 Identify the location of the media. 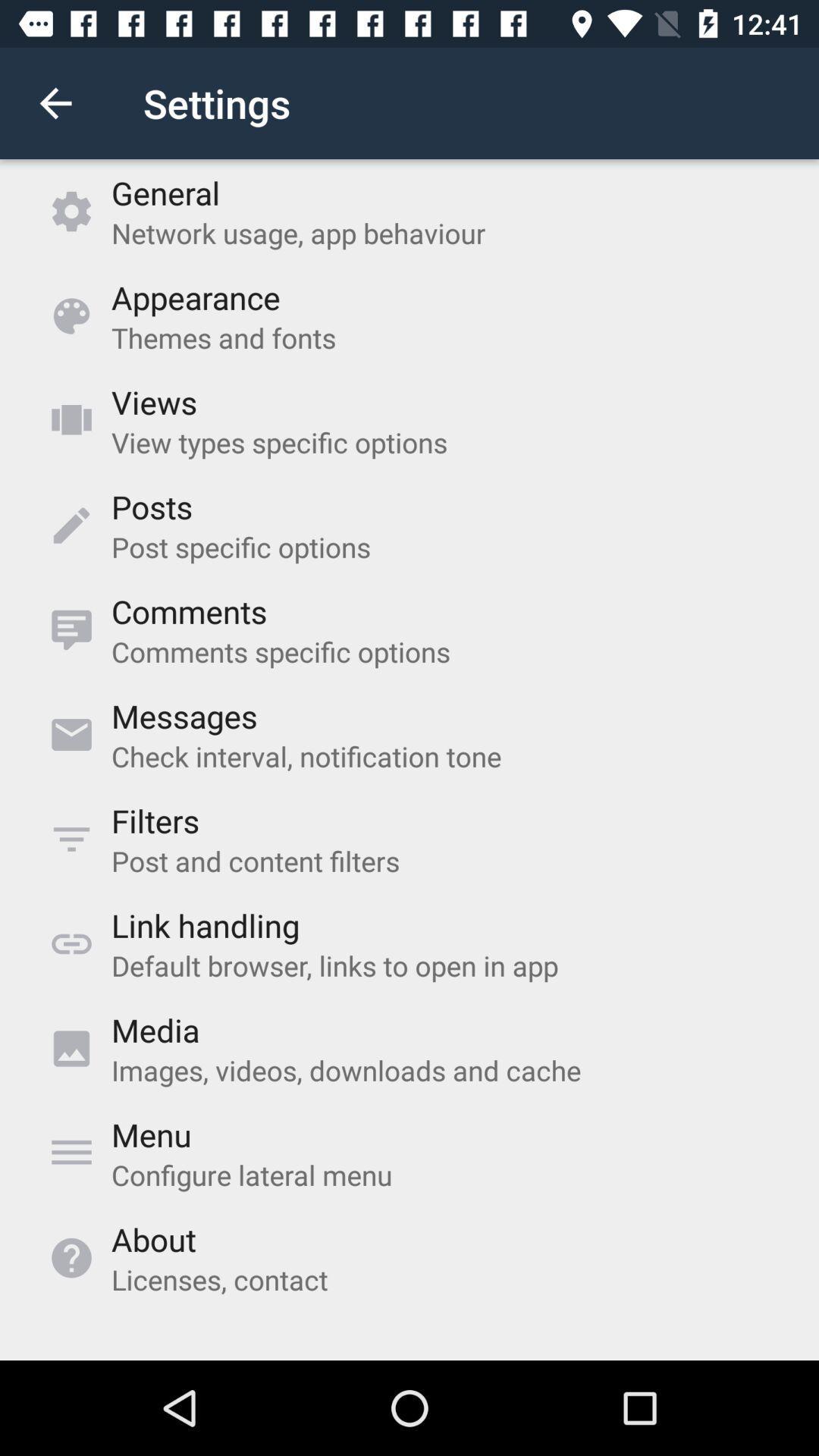
(155, 1030).